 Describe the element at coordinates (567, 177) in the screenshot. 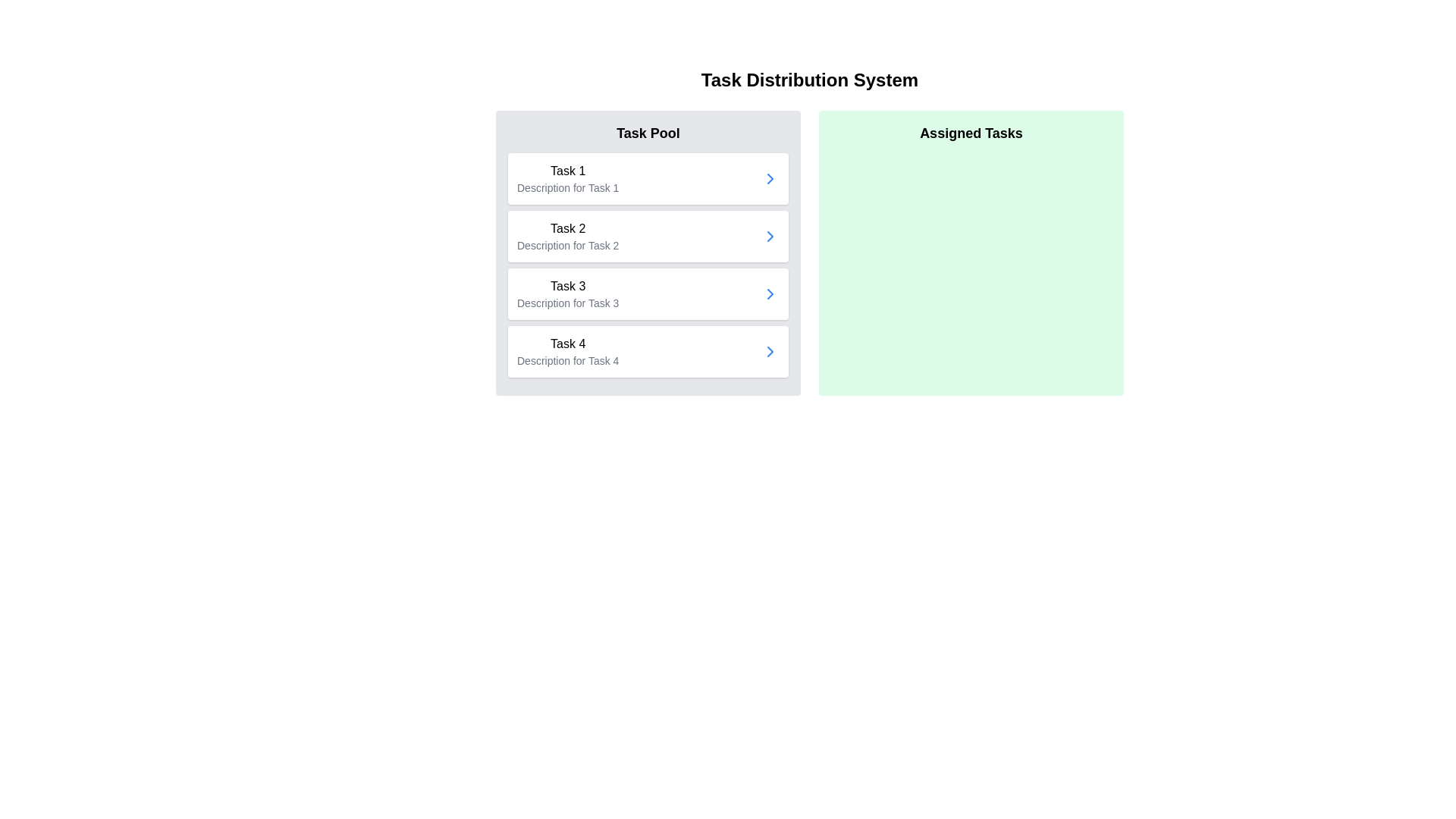

I see `the text block titled 'Task 1' which contains the description 'Description for Task 1' located at the upper left of the 'Task Pool' section` at that location.